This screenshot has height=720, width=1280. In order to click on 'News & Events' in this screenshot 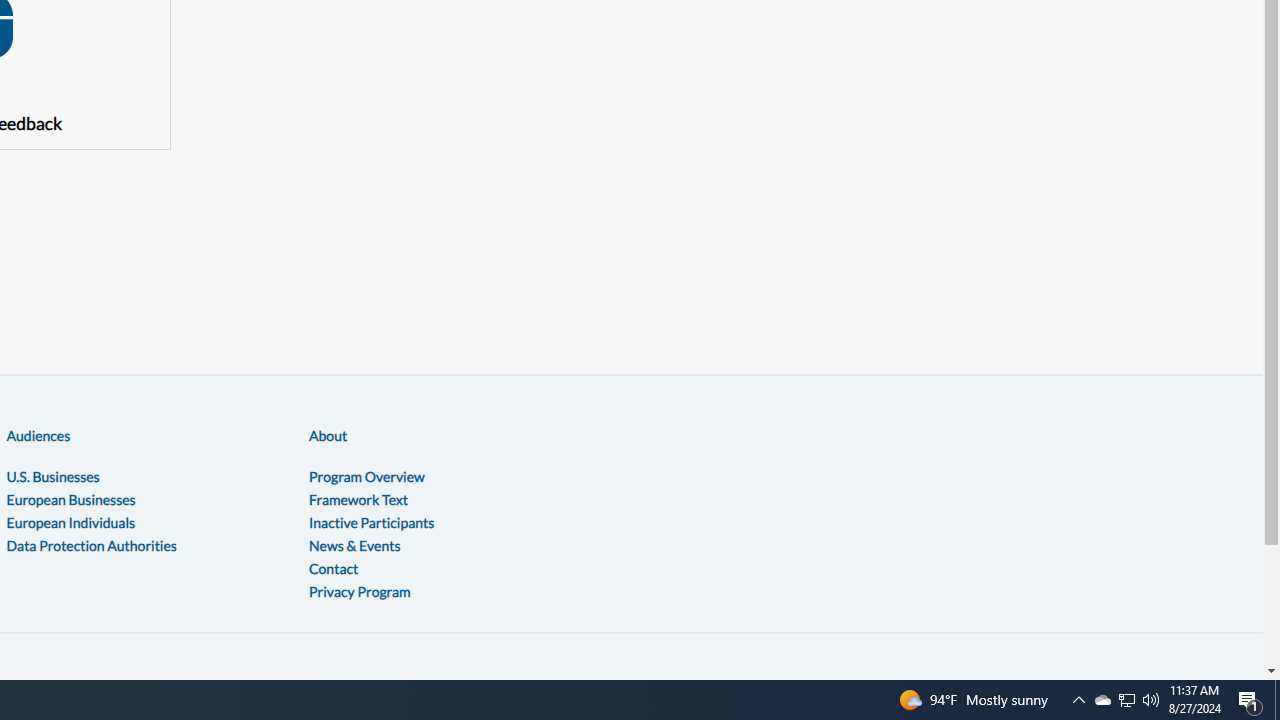, I will do `click(354, 544)`.